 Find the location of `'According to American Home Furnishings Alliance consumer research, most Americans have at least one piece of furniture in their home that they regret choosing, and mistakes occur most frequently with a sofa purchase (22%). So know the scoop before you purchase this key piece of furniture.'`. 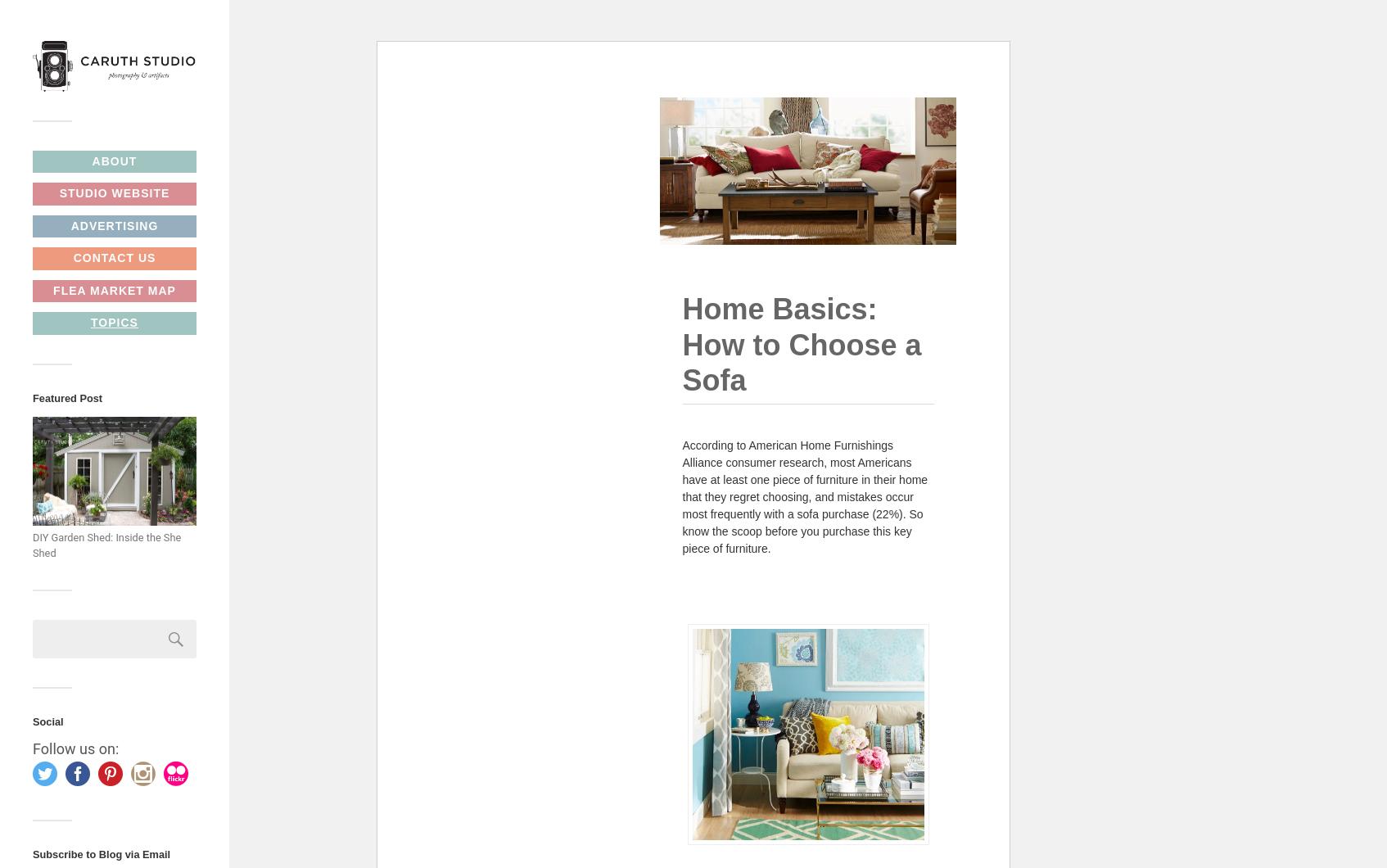

'According to American Home Furnishings Alliance consumer research, most Americans have at least one piece of furniture in their home that they regret choosing, and mistakes occur most frequently with a sofa purchase (22%). So know the scoop before you purchase this key piece of furniture.' is located at coordinates (681, 496).